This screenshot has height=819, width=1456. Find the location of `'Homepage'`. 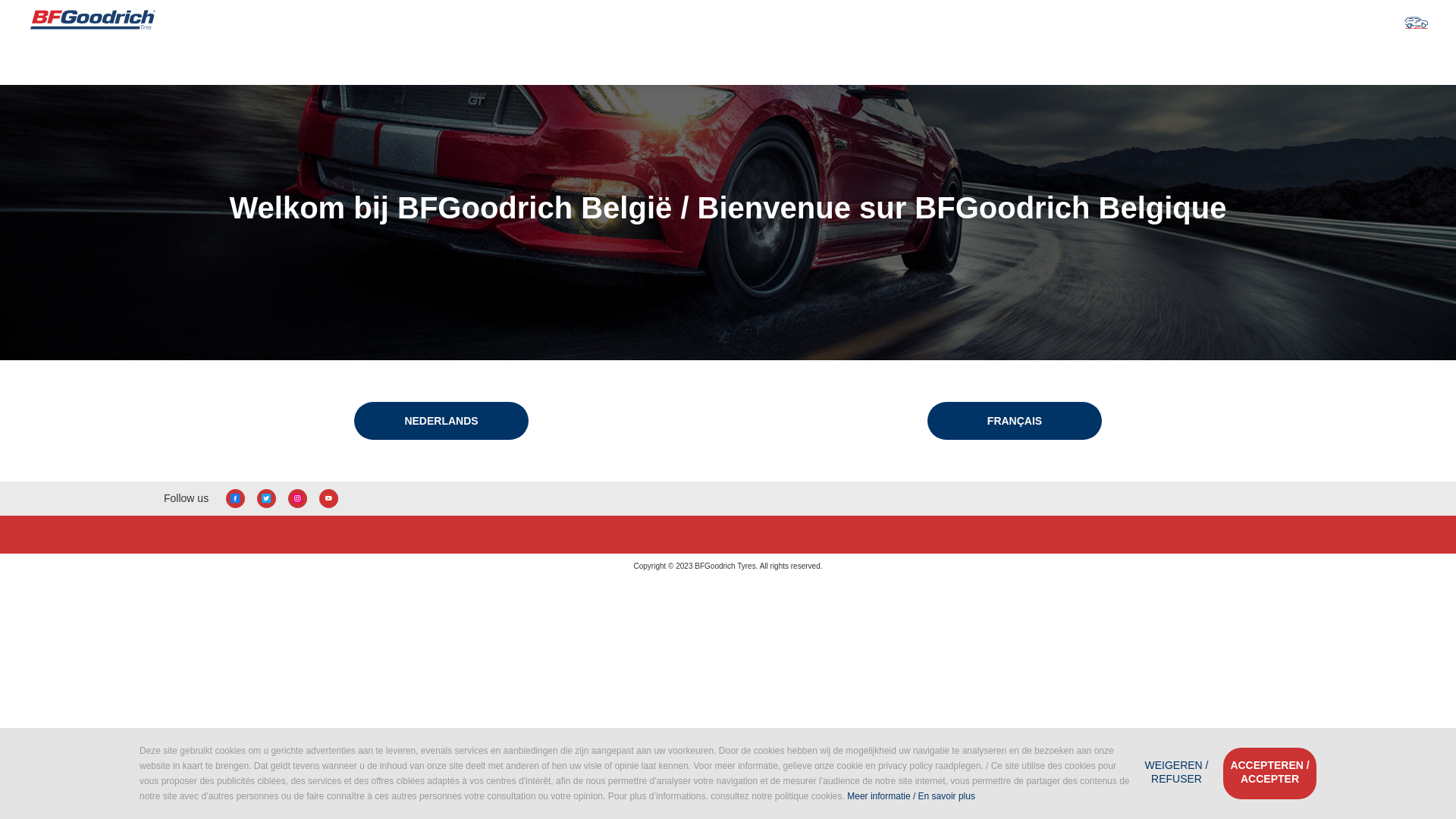

'Homepage' is located at coordinates (92, 20).